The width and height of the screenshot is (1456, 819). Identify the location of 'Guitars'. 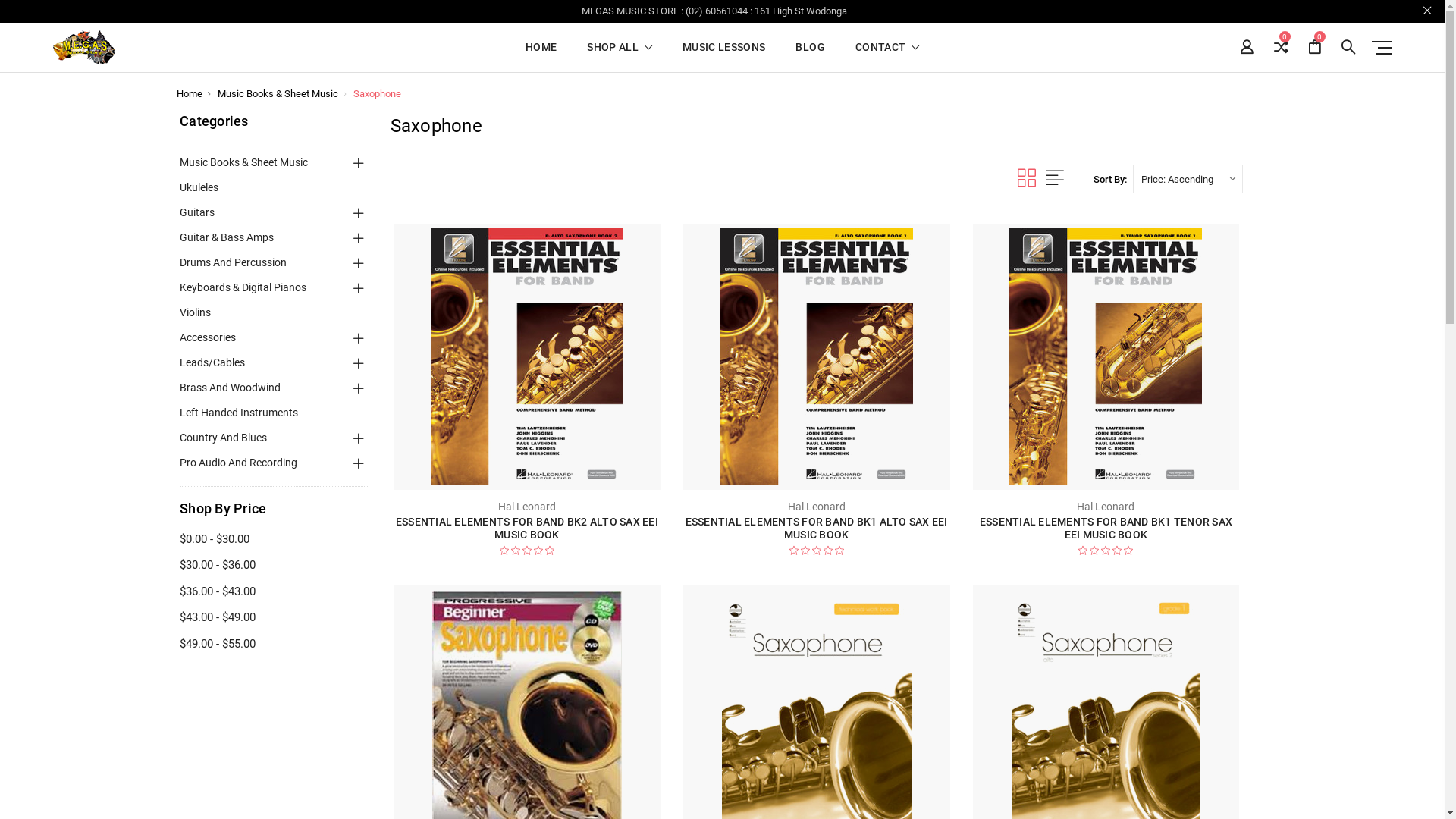
(196, 212).